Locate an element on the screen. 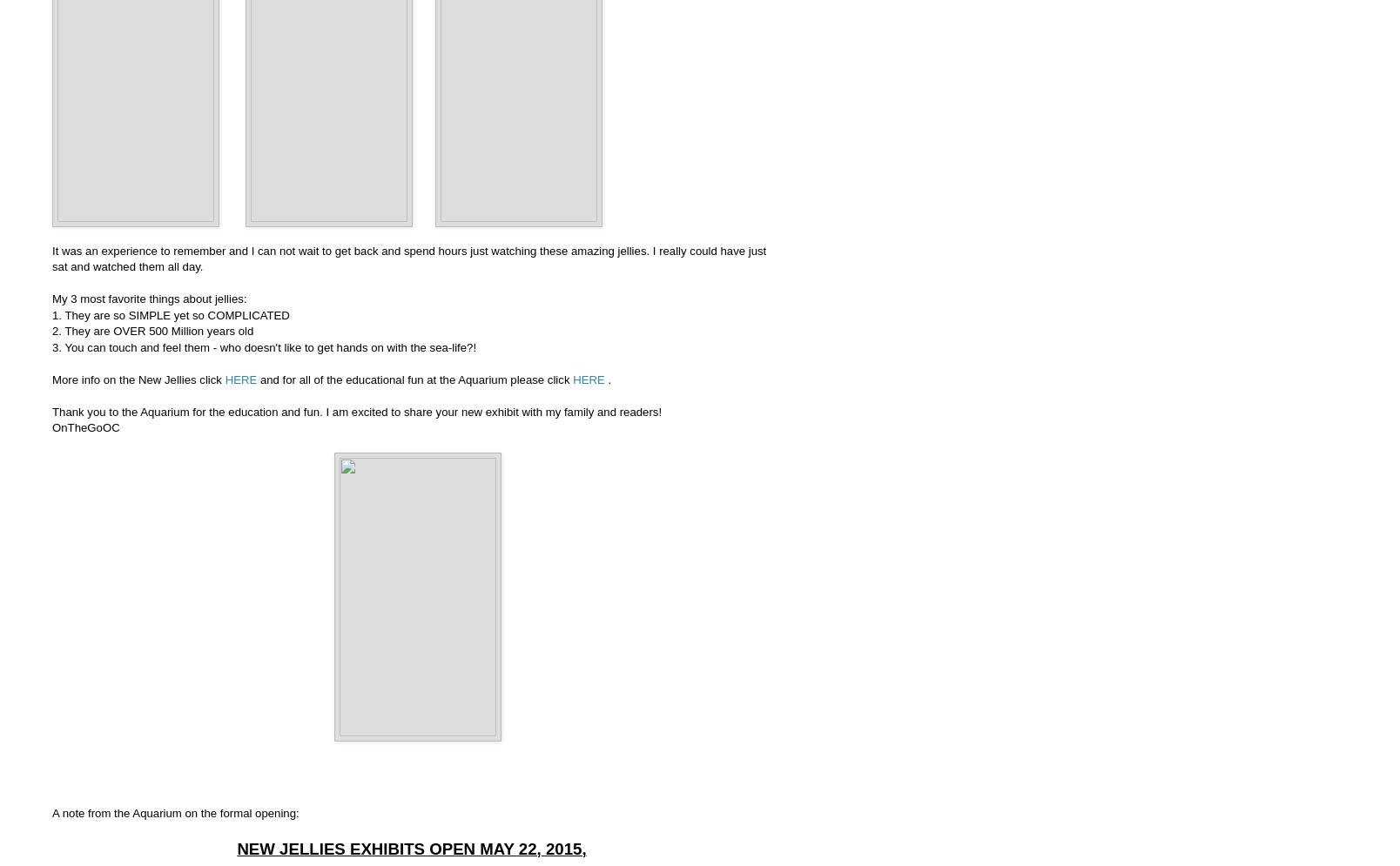 Image resolution: width=1400 pixels, height=866 pixels. '.' is located at coordinates (603, 378).